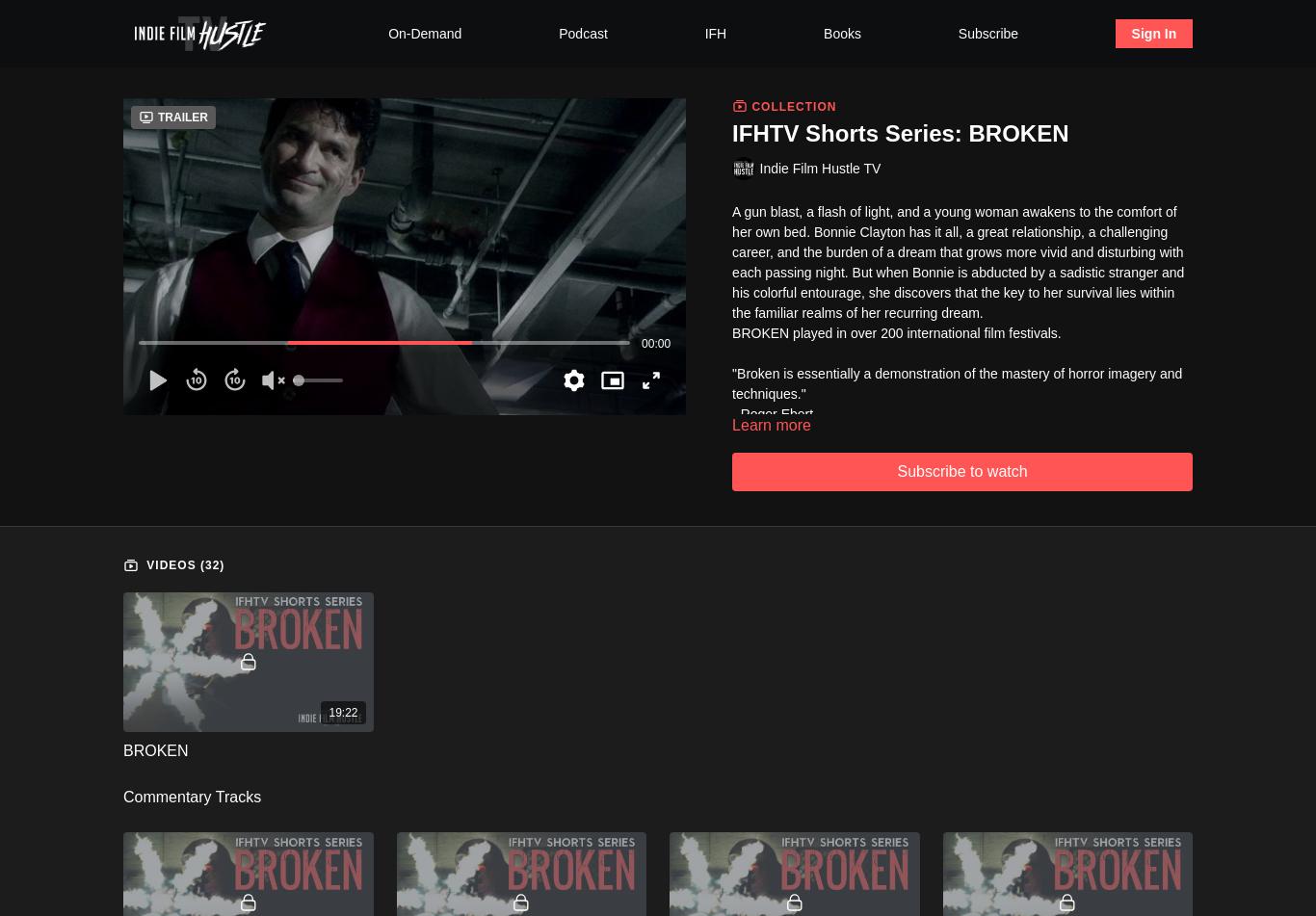 The height and width of the screenshot is (916, 1316). I want to click on '00:00', so click(654, 342).